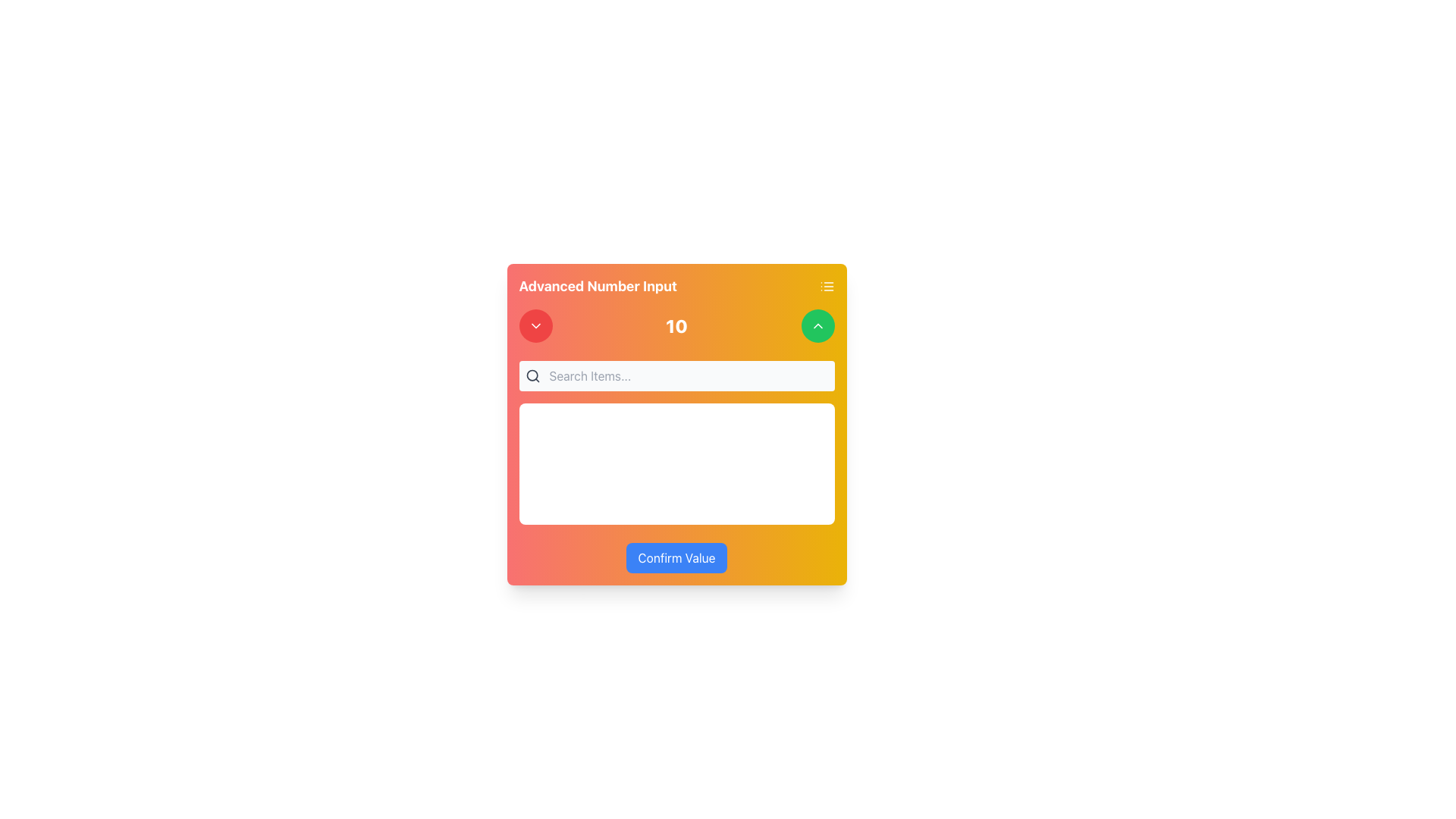  What do you see at coordinates (676, 325) in the screenshot?
I see `the numeric display showing the value '10' in a bold font, located centrally within the horizontal bar of the 'Advanced Number Input' component` at bounding box center [676, 325].